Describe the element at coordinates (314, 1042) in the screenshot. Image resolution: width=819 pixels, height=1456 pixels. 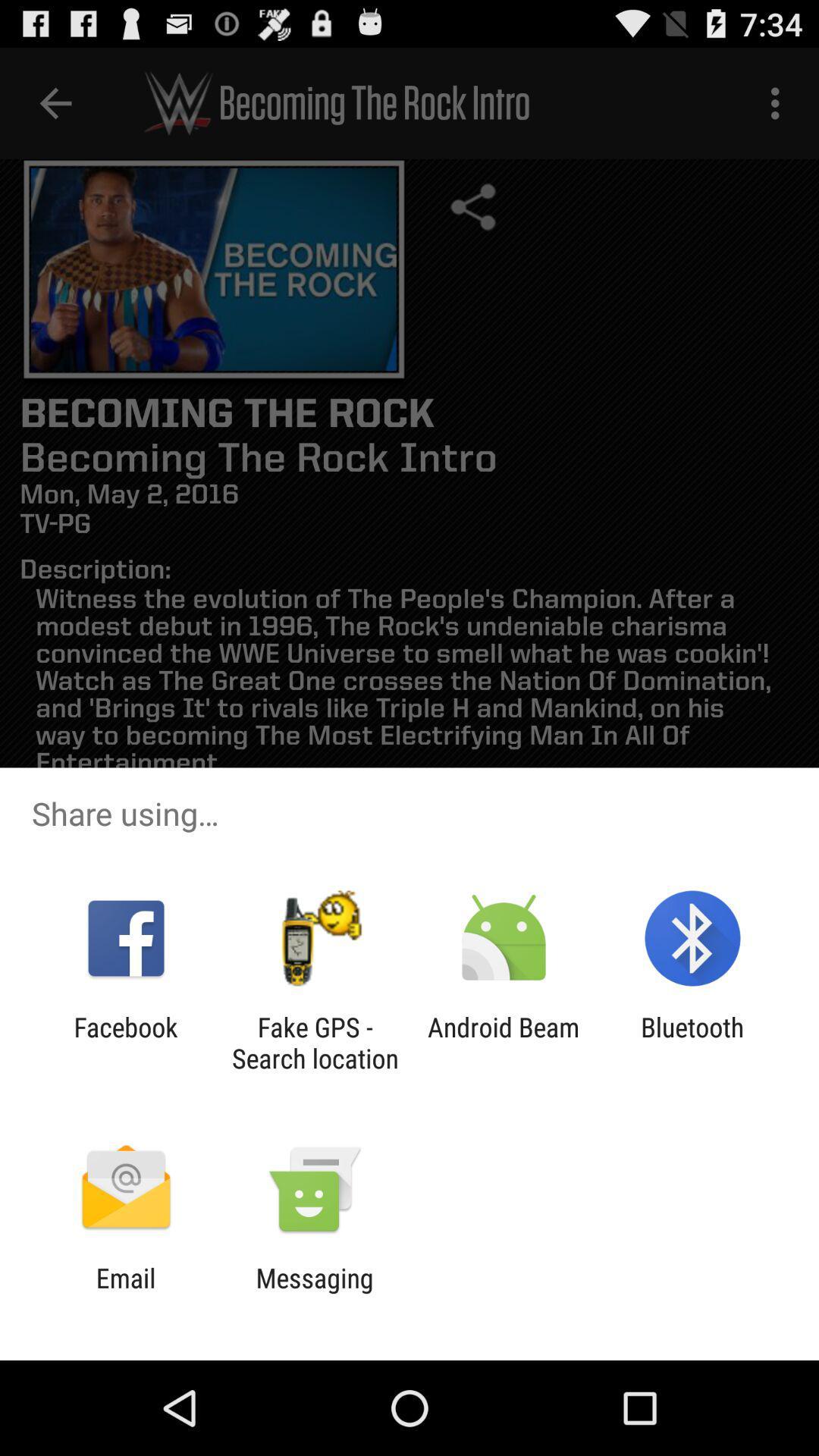
I see `the icon to the right of the facebook icon` at that location.